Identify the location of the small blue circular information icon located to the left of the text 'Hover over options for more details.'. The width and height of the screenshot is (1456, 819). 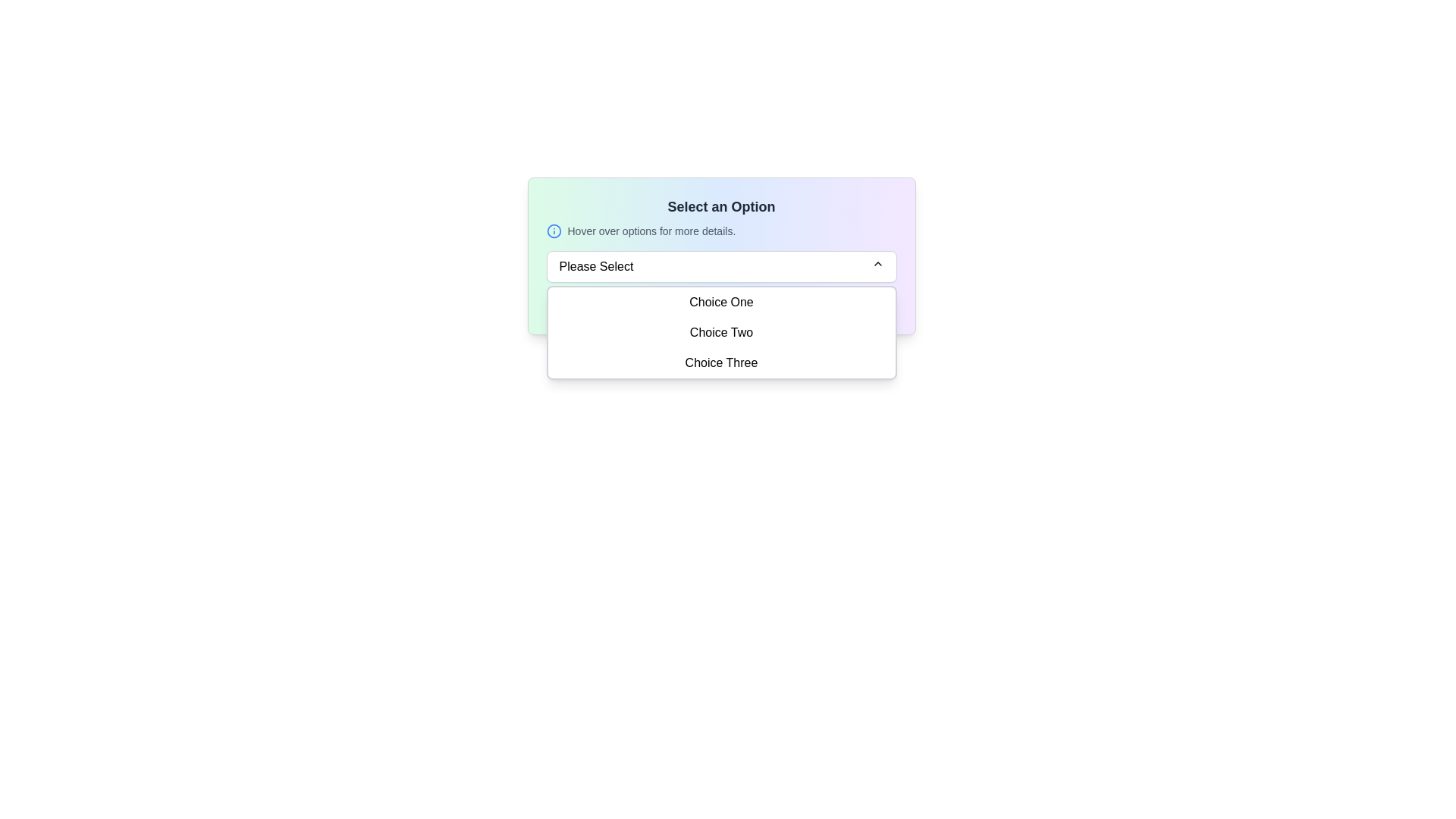
(553, 231).